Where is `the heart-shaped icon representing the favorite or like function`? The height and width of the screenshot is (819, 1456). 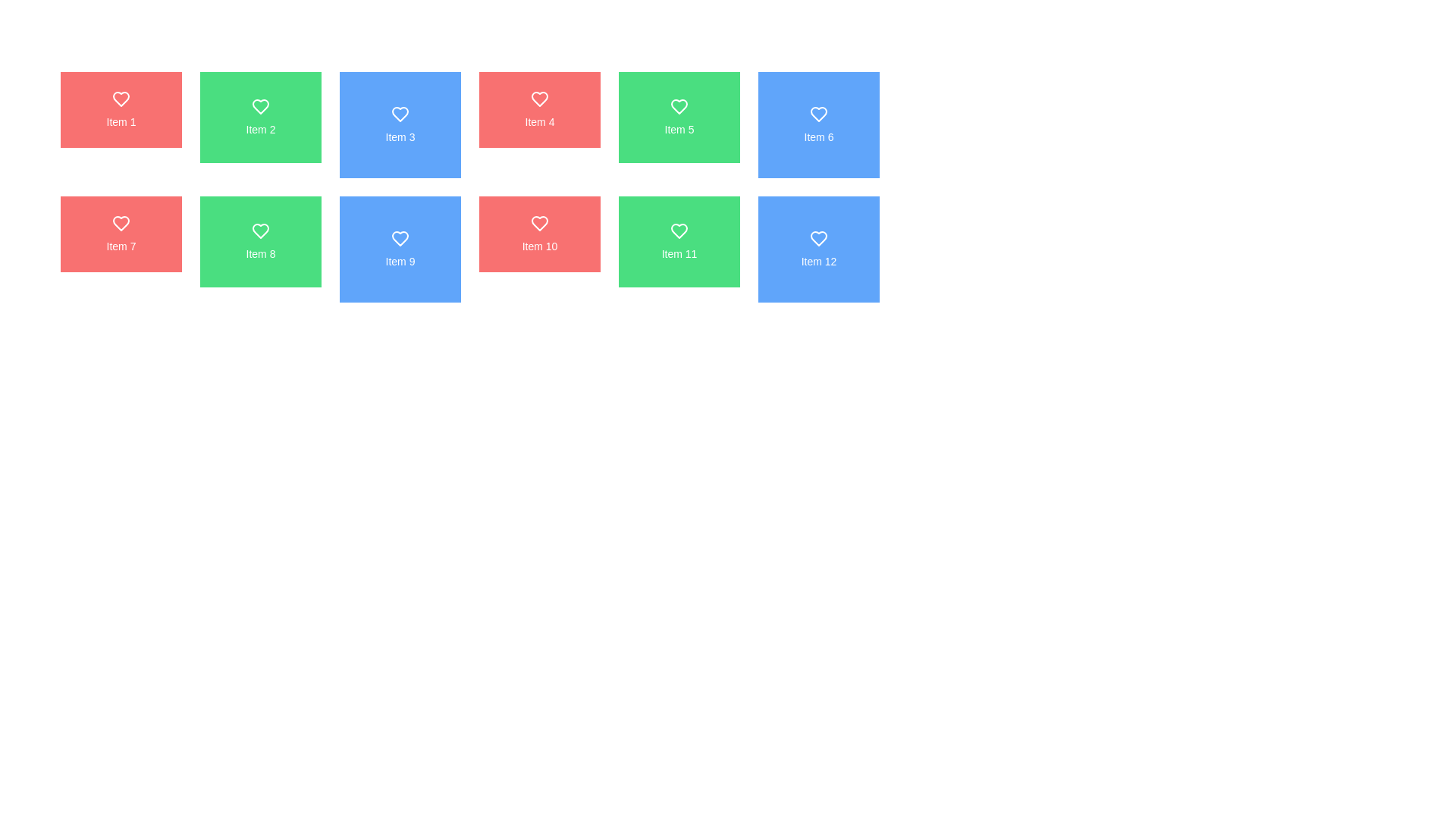 the heart-shaped icon representing the favorite or like function is located at coordinates (120, 223).